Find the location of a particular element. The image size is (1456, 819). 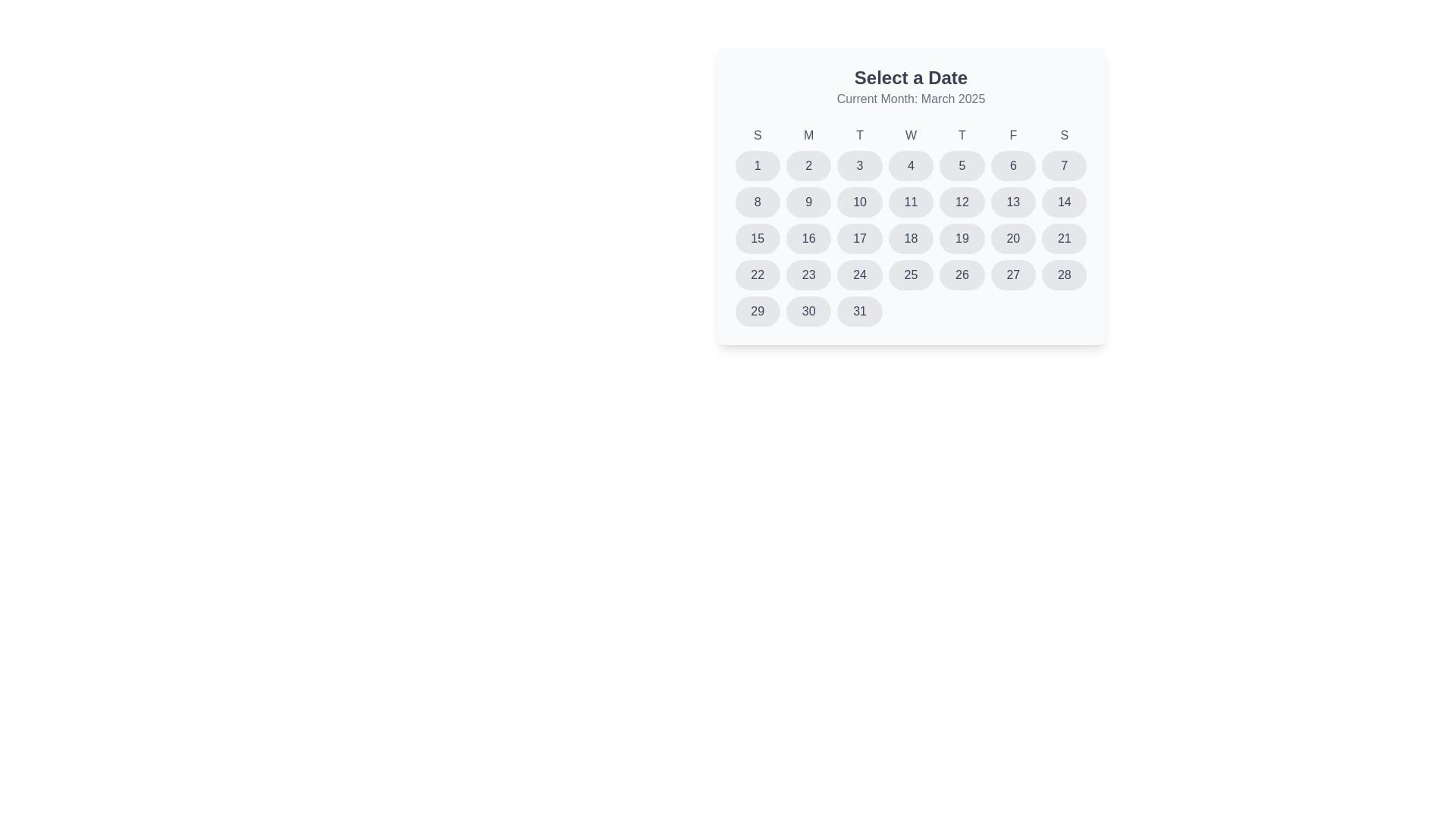

the button styled as a rounded rectangular tile with a gray background and the text '30' is located at coordinates (808, 311).